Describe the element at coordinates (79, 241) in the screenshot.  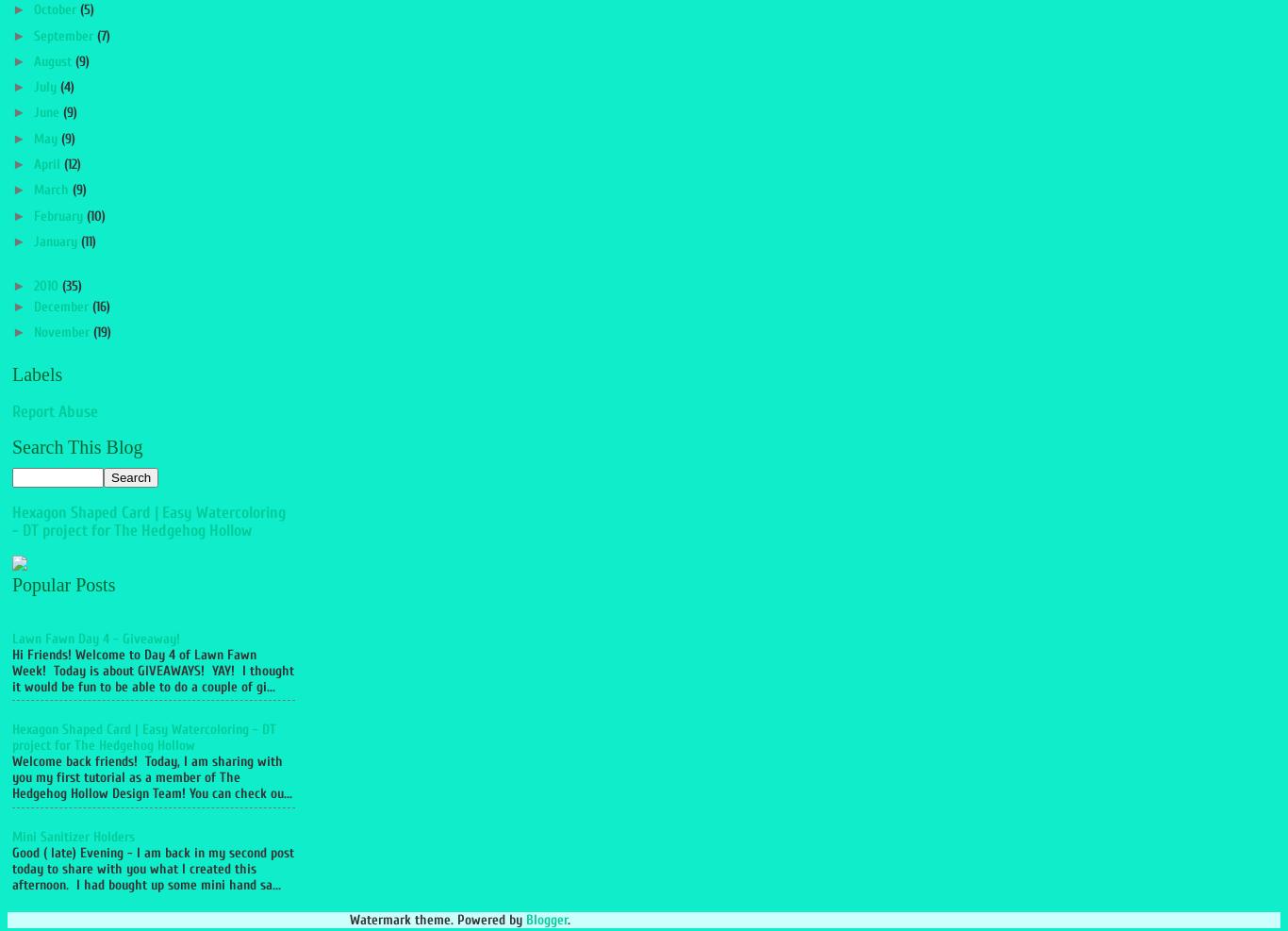
I see `'(11)'` at that location.